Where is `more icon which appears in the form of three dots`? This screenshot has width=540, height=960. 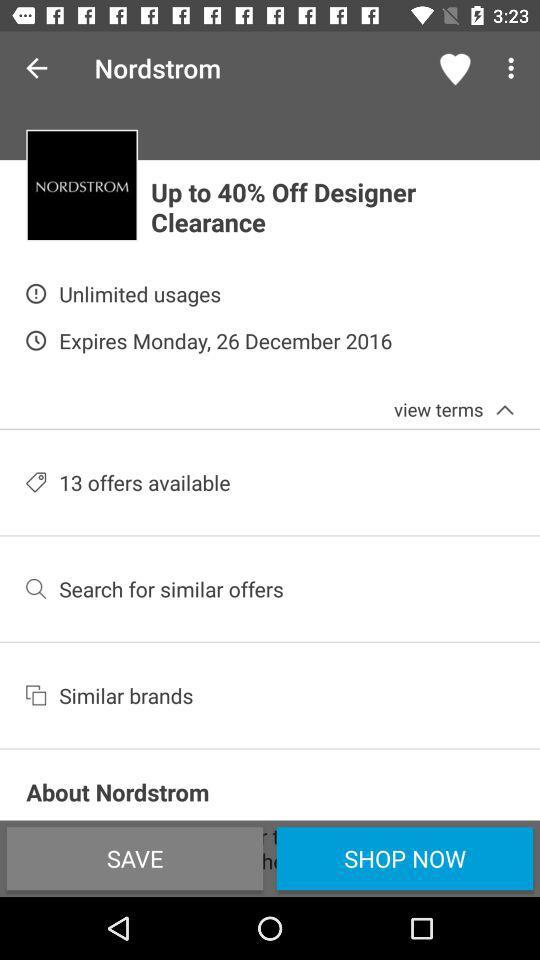 more icon which appears in the form of three dots is located at coordinates (514, 68).